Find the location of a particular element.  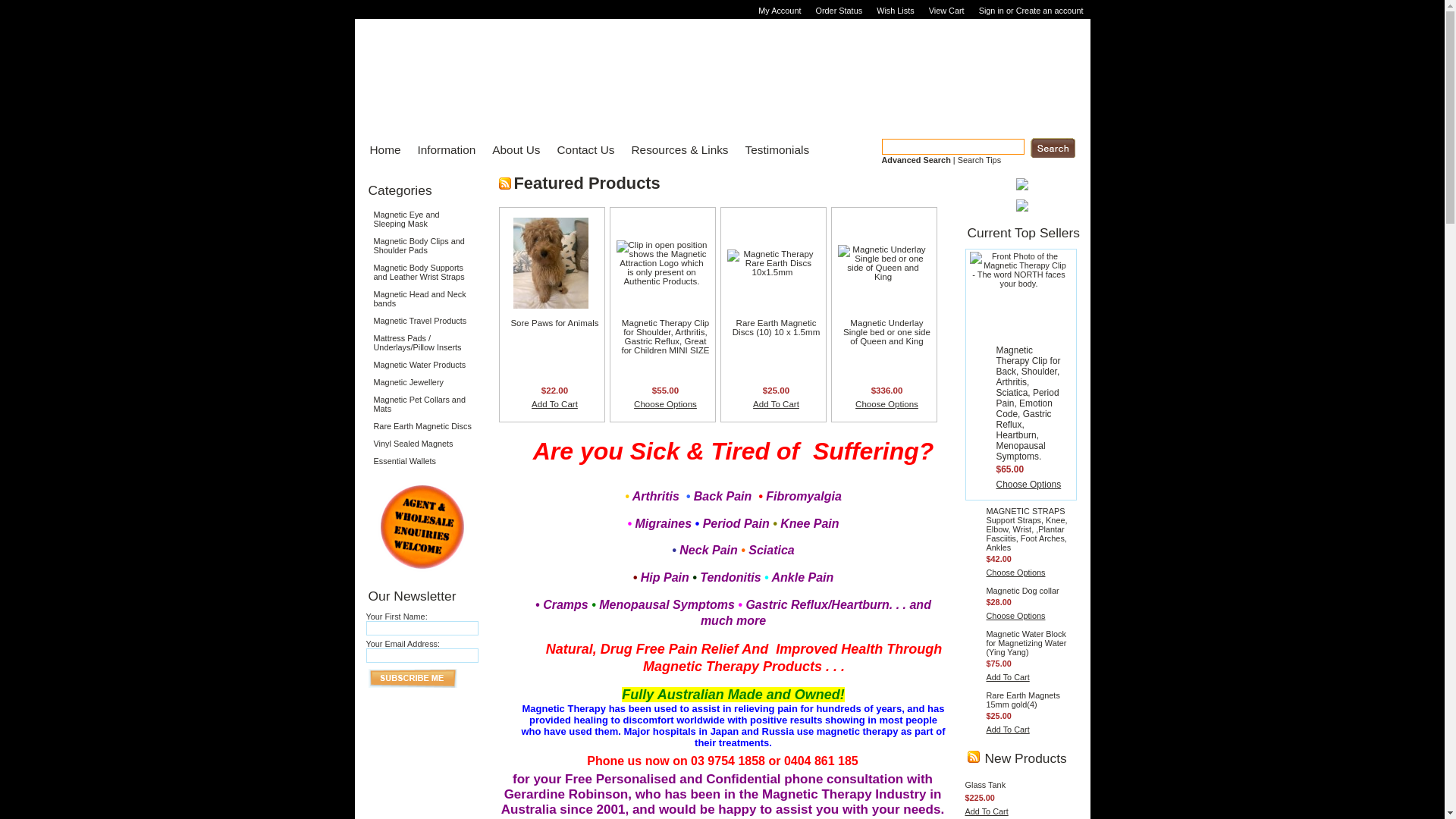

'Create an account' is located at coordinates (1015, 11).